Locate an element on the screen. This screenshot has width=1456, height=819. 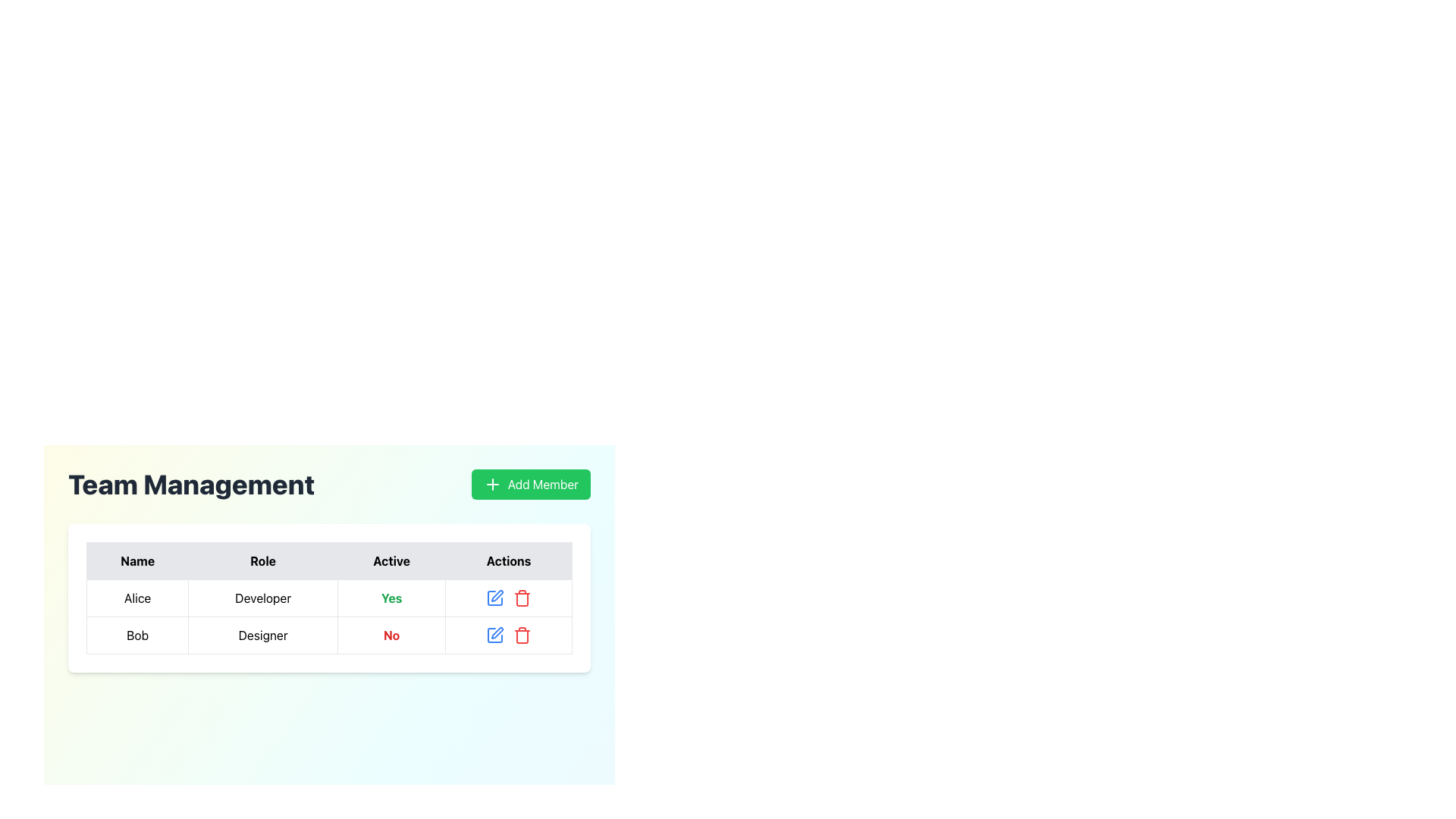
the blue square button with a pen icon in the 'Actions' column for the row labeled 'Bob' is located at coordinates (495, 635).